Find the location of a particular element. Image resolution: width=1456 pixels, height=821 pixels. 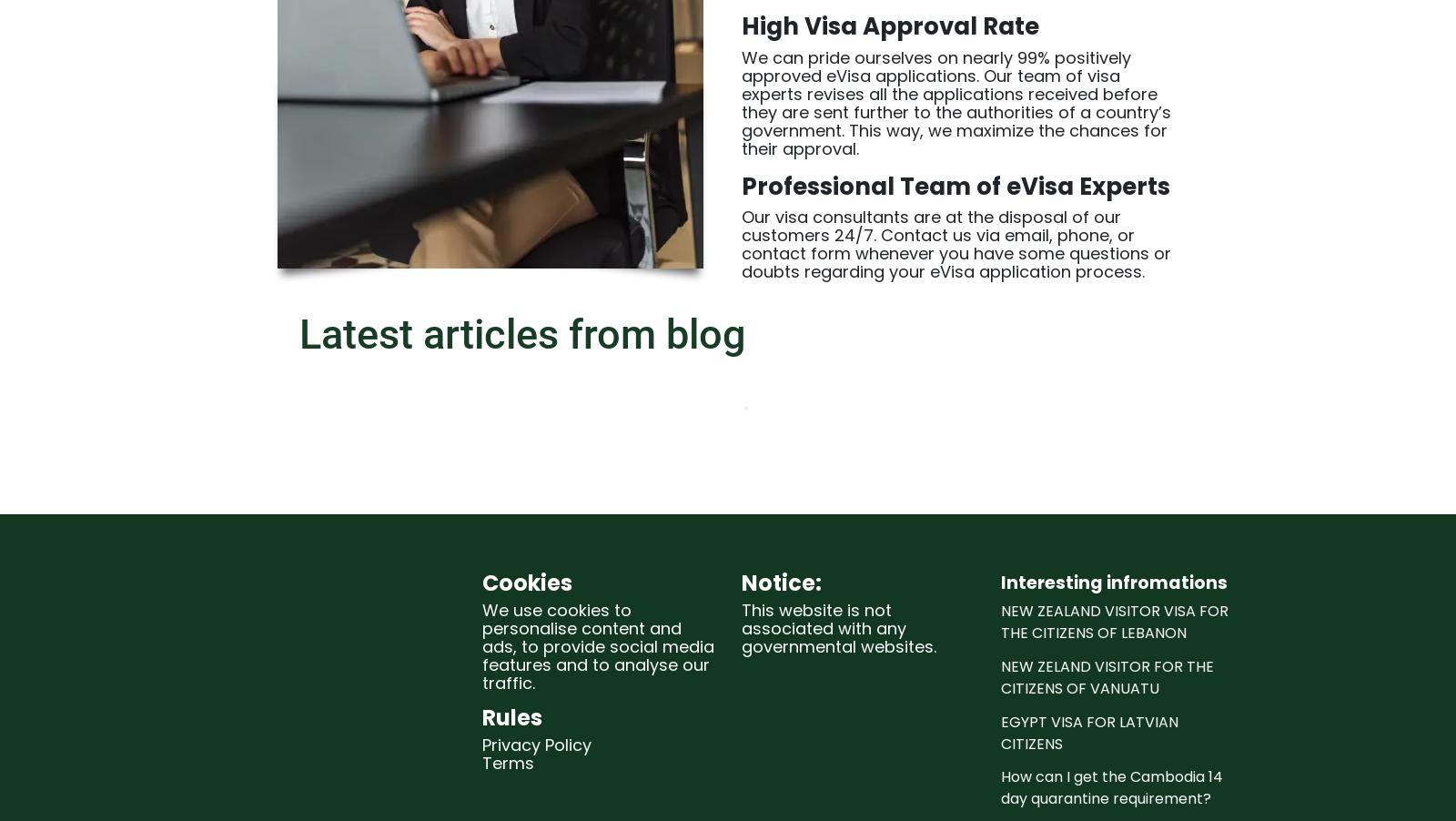

'Privacy Policy' is located at coordinates (536, 743).